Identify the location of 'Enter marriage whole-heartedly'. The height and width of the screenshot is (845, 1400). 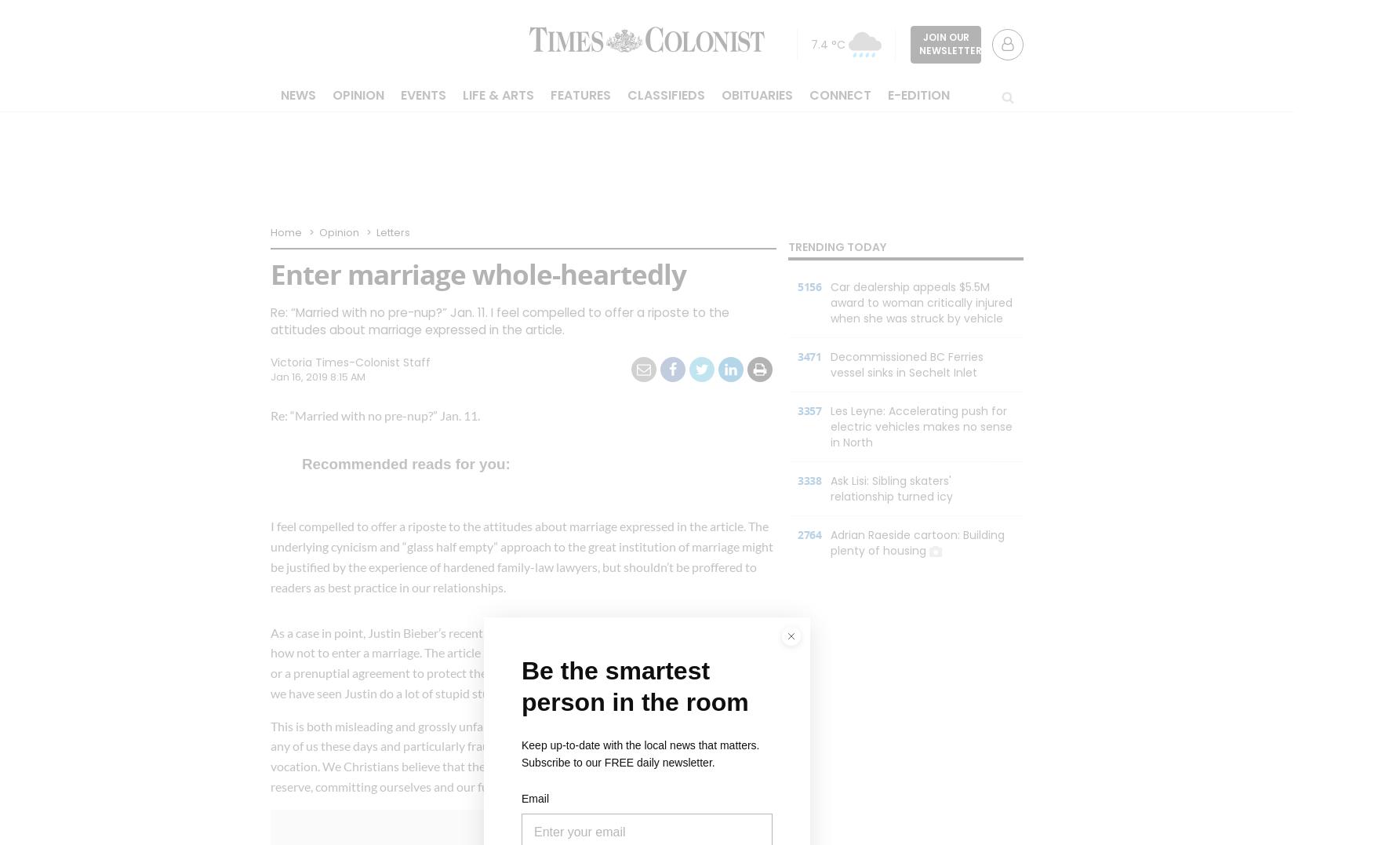
(478, 272).